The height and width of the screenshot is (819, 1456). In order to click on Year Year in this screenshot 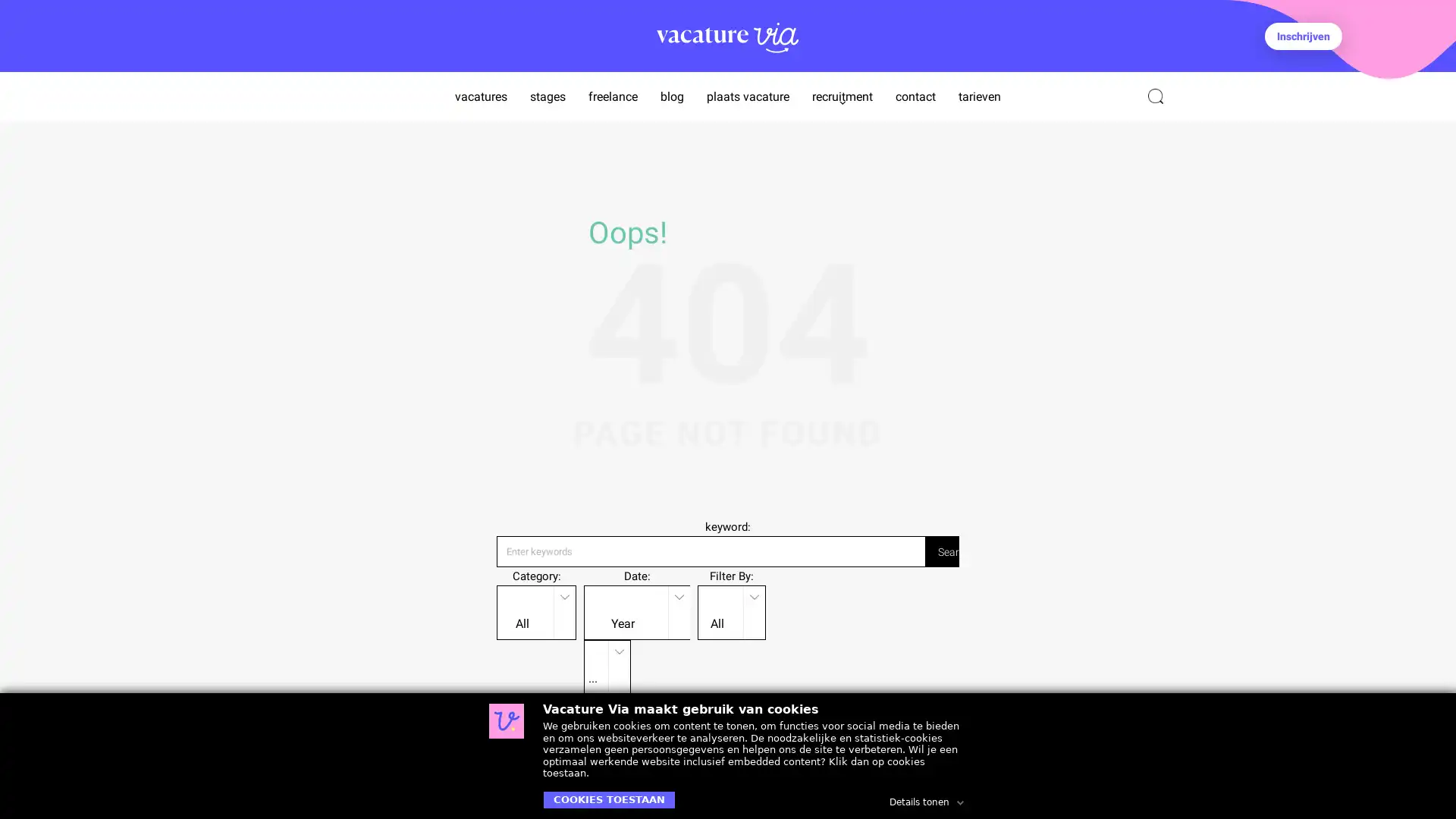, I will do `click(637, 610)`.